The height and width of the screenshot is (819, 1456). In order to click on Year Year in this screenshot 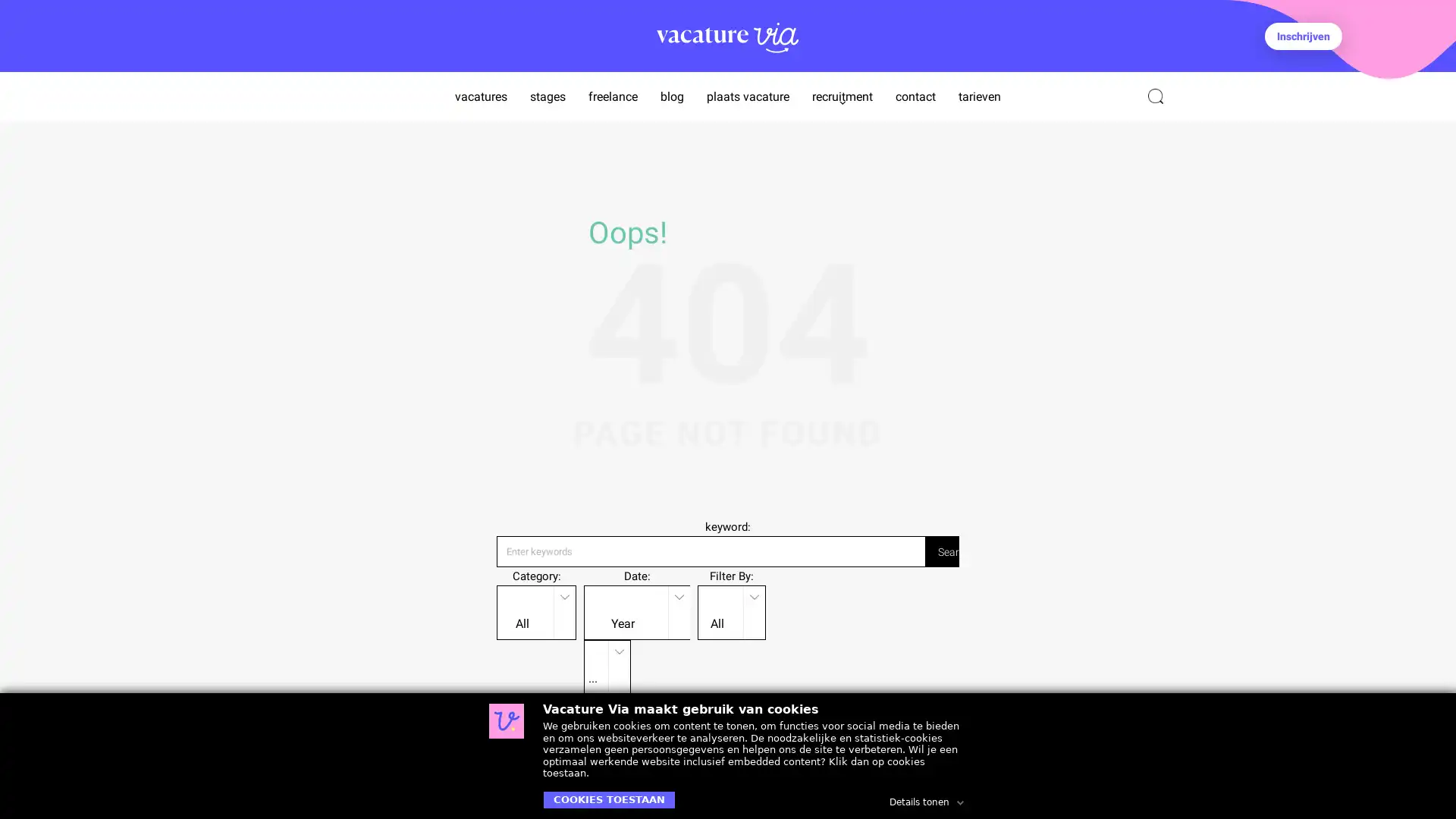, I will do `click(637, 610)`.